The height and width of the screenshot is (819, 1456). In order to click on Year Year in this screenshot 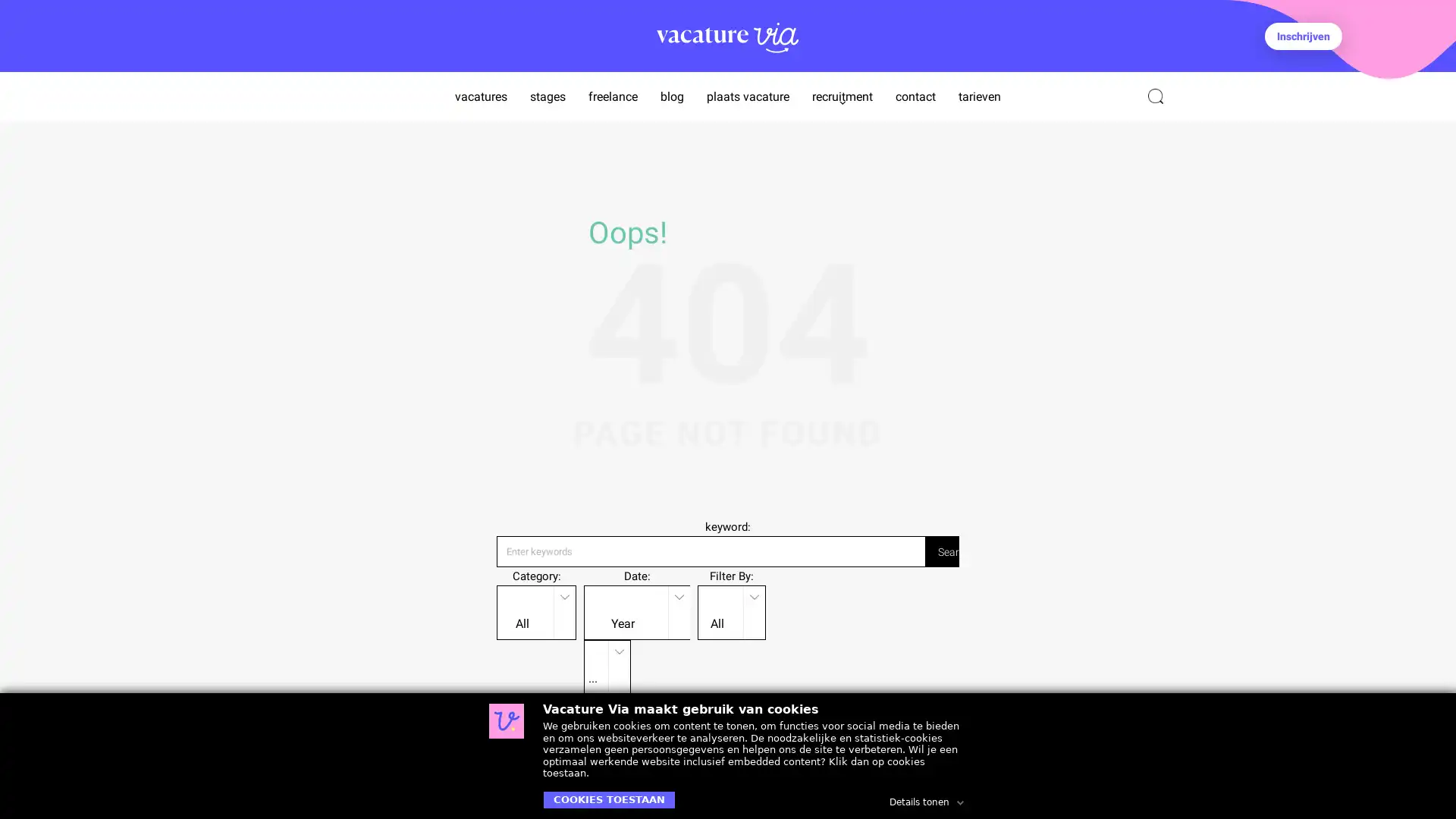, I will do `click(637, 610)`.